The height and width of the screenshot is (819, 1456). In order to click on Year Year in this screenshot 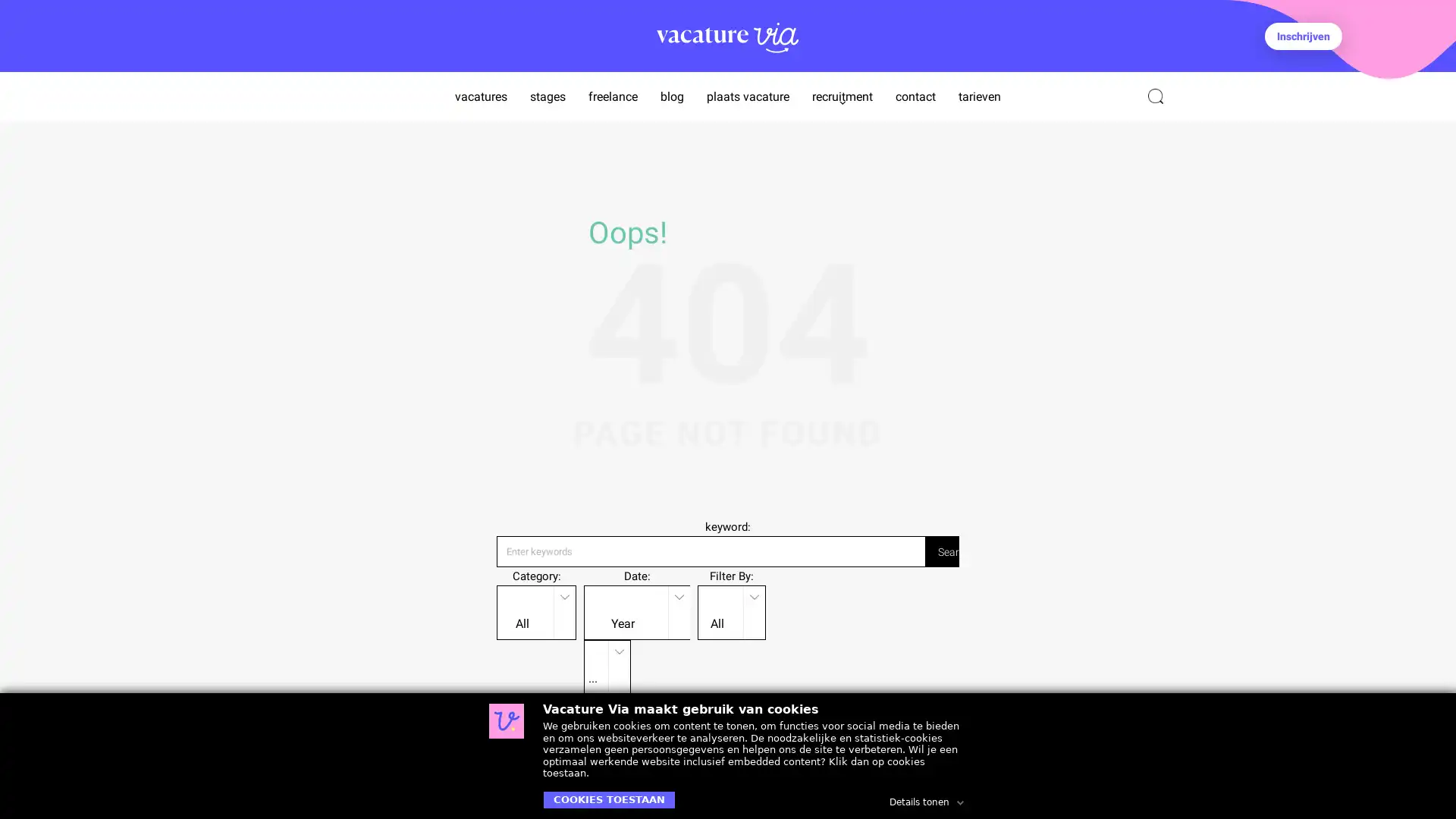, I will do `click(637, 610)`.